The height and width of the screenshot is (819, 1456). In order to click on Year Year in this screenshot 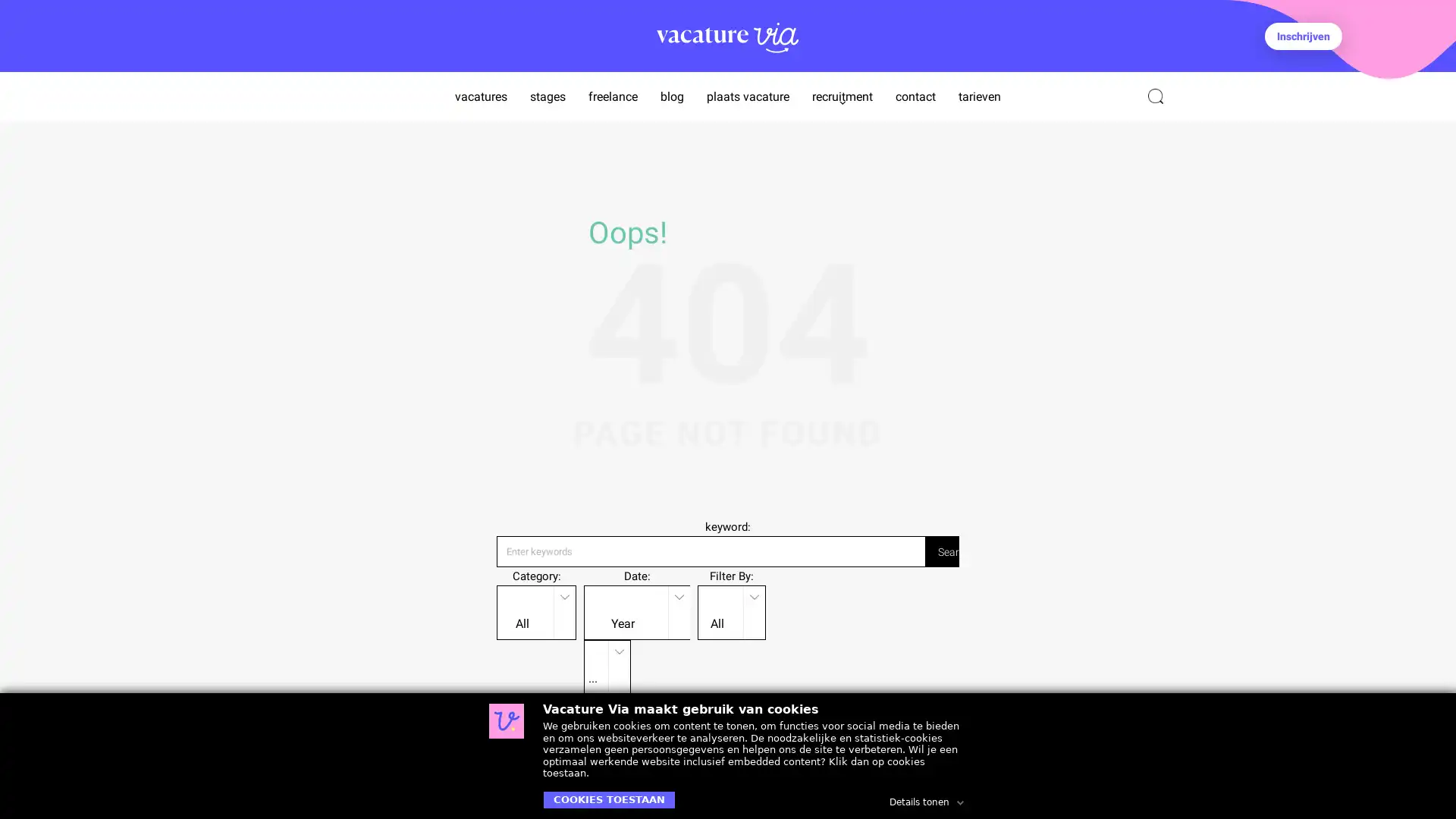, I will do `click(637, 610)`.